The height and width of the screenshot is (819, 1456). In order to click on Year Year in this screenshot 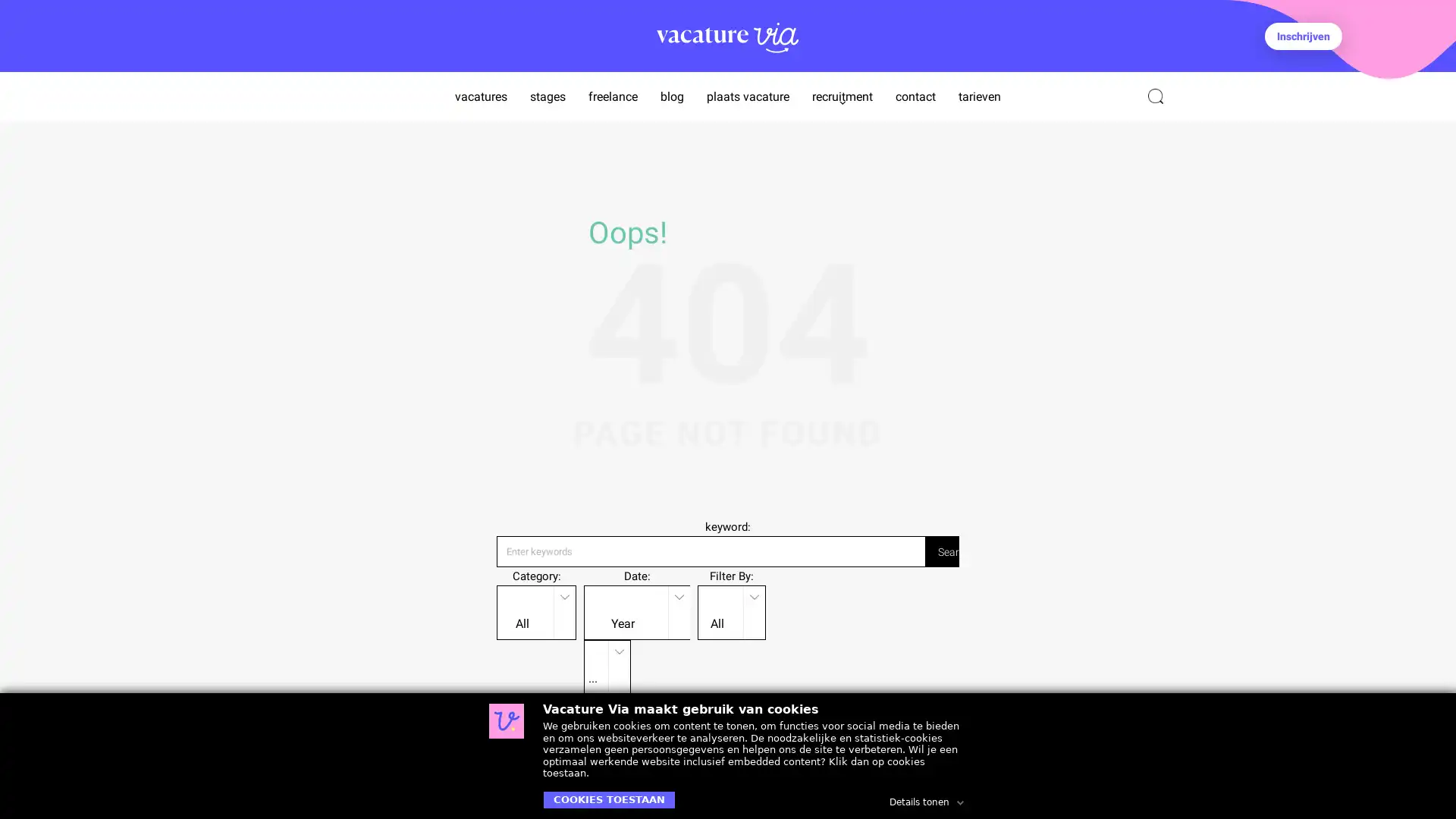, I will do `click(637, 610)`.